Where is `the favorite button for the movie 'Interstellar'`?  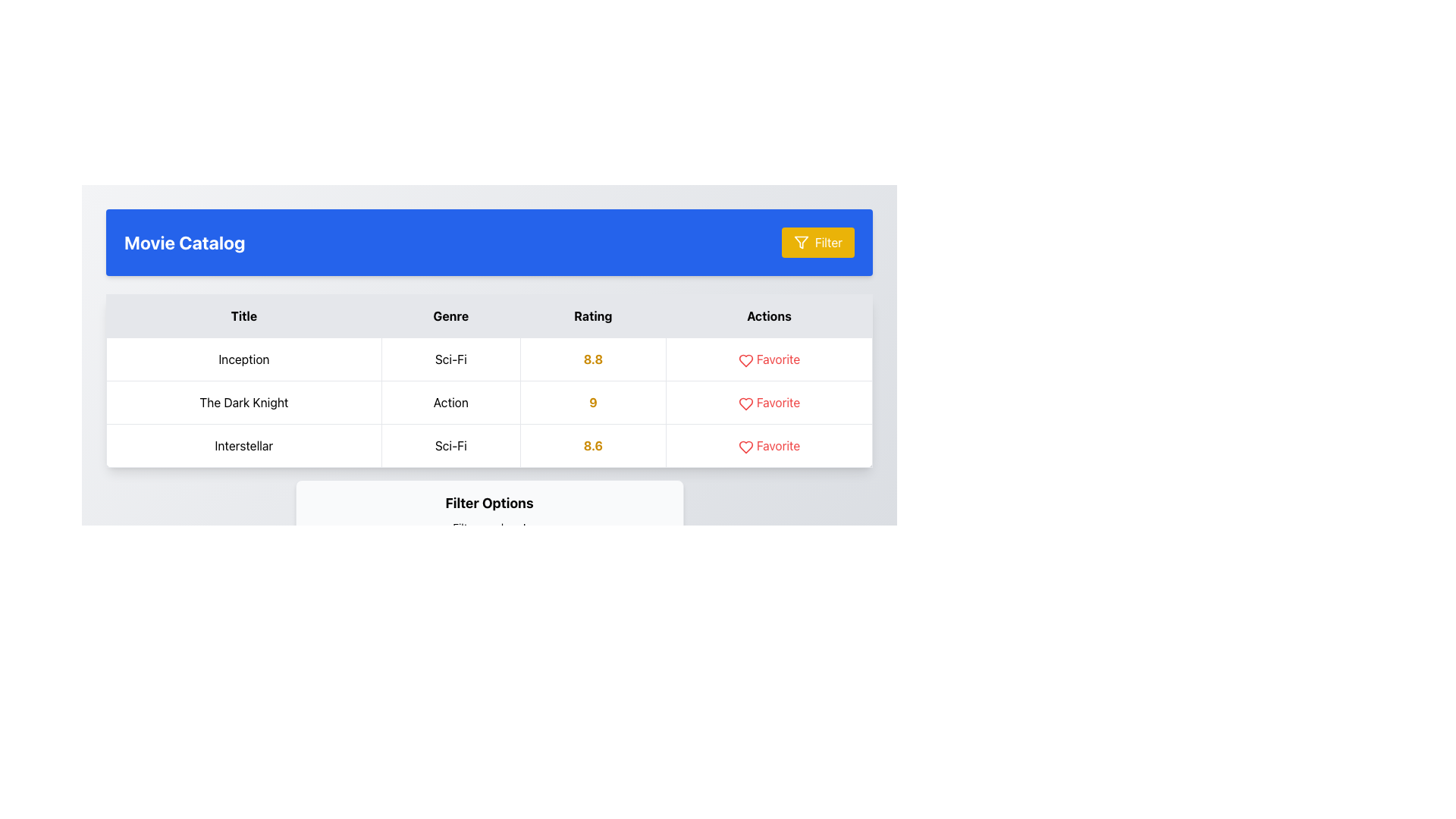 the favorite button for the movie 'Interstellar' is located at coordinates (769, 444).